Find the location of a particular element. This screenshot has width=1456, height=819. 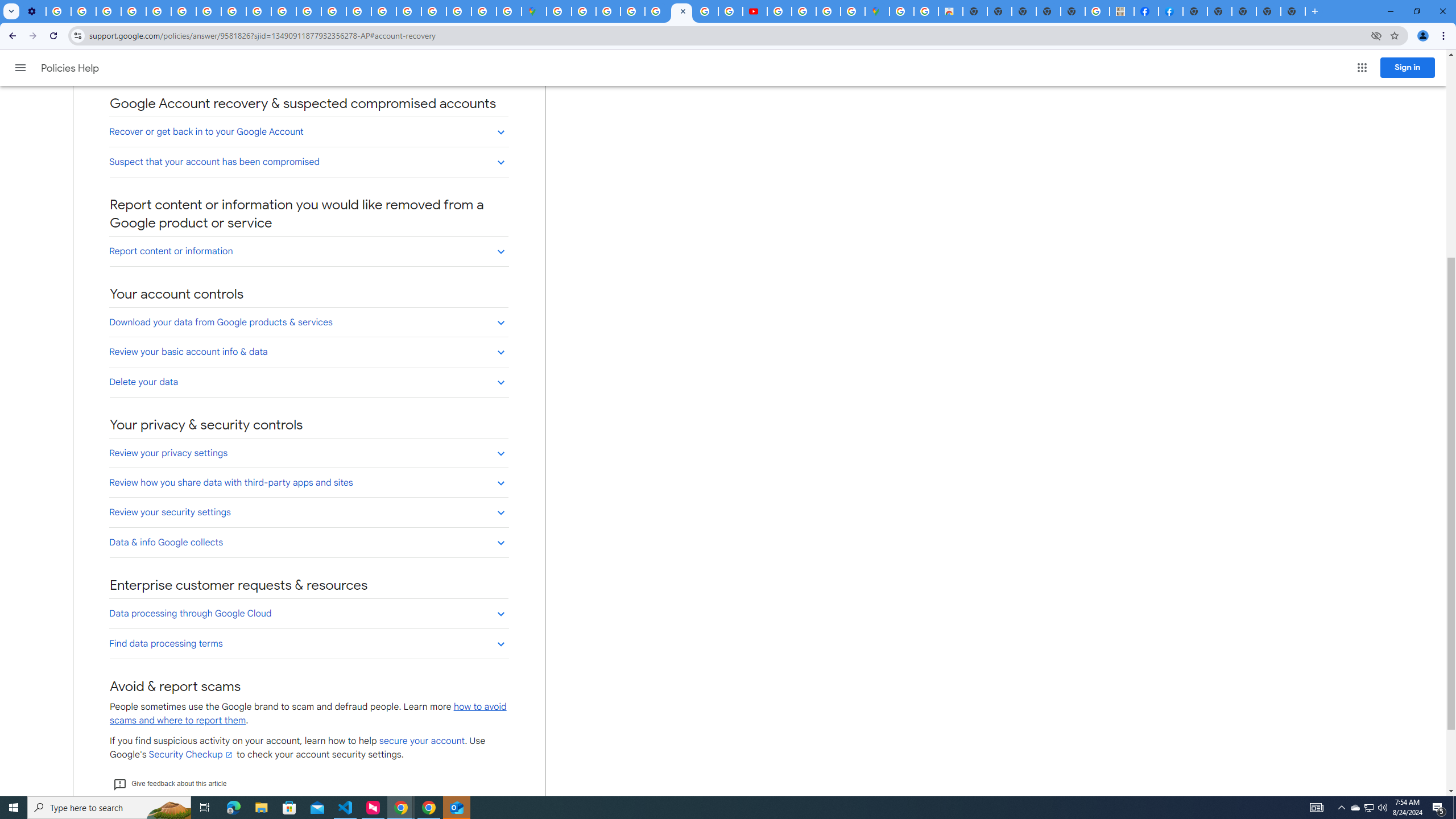

'Delete your data' is located at coordinates (308, 381).